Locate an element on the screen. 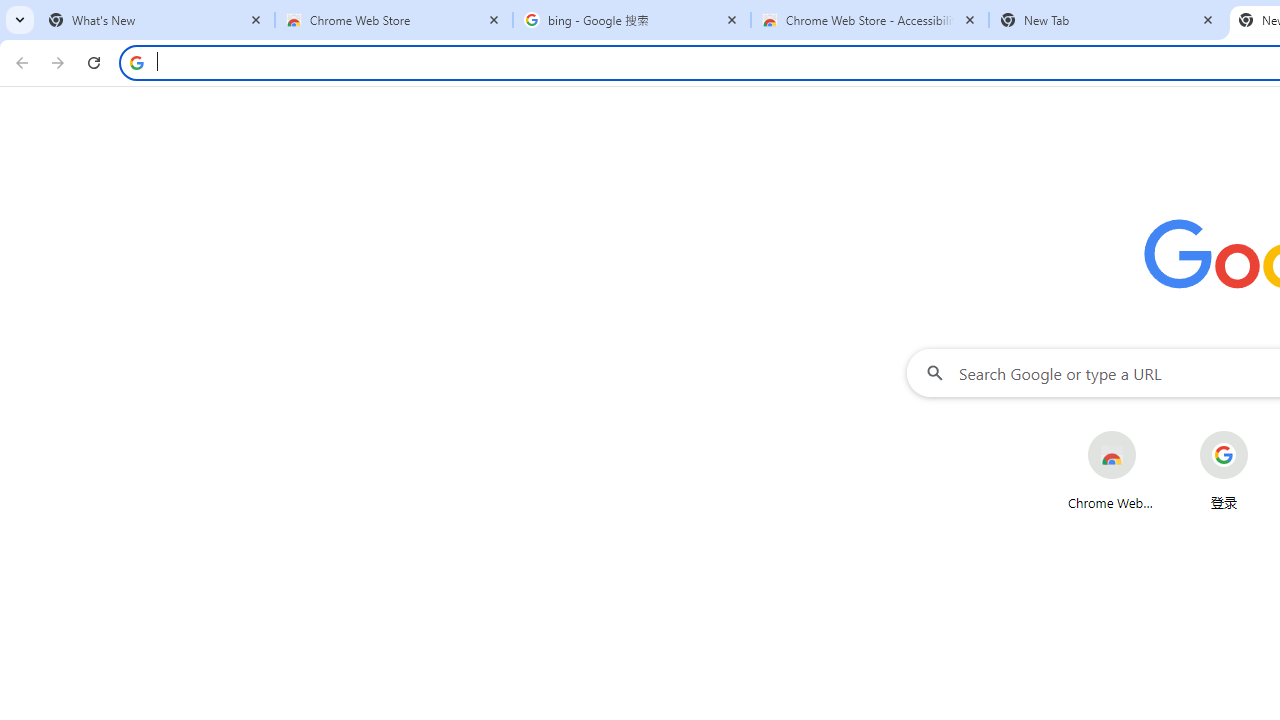 The image size is (1280, 720). 'Close' is located at coordinates (1207, 19).